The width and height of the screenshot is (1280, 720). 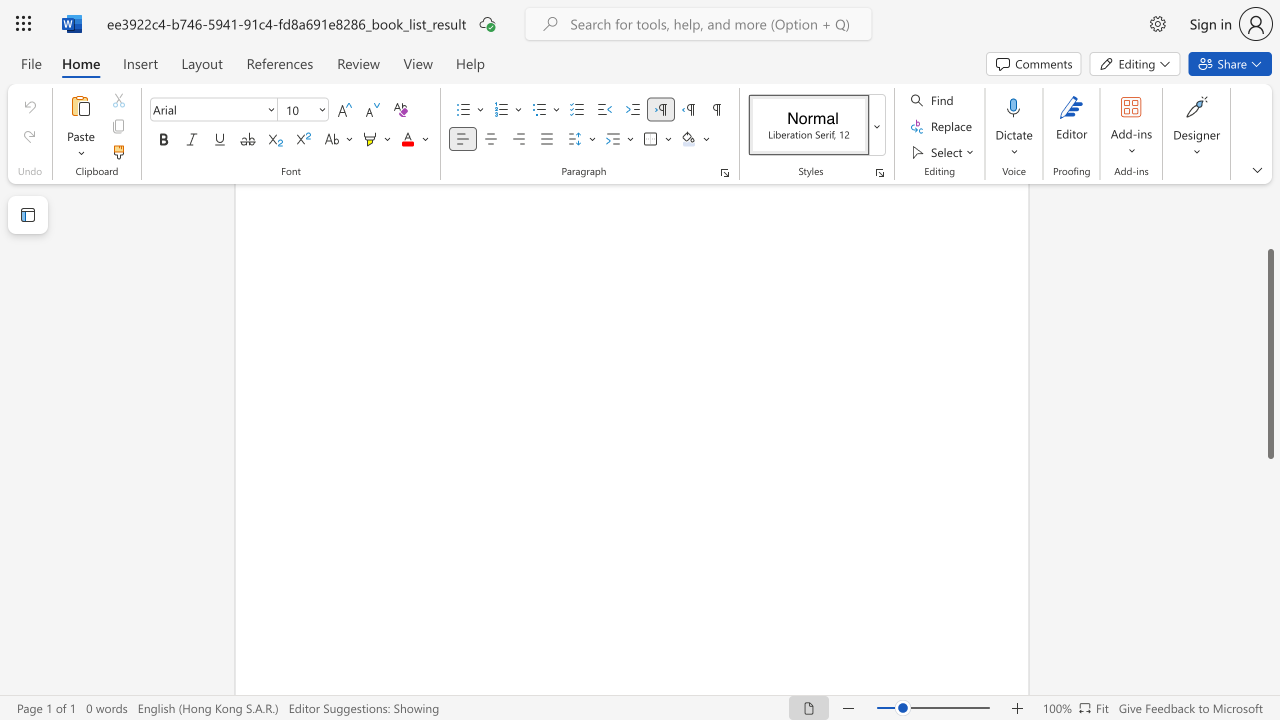 What do you see at coordinates (1269, 528) in the screenshot?
I see `the scrollbar to scroll the page down` at bounding box center [1269, 528].